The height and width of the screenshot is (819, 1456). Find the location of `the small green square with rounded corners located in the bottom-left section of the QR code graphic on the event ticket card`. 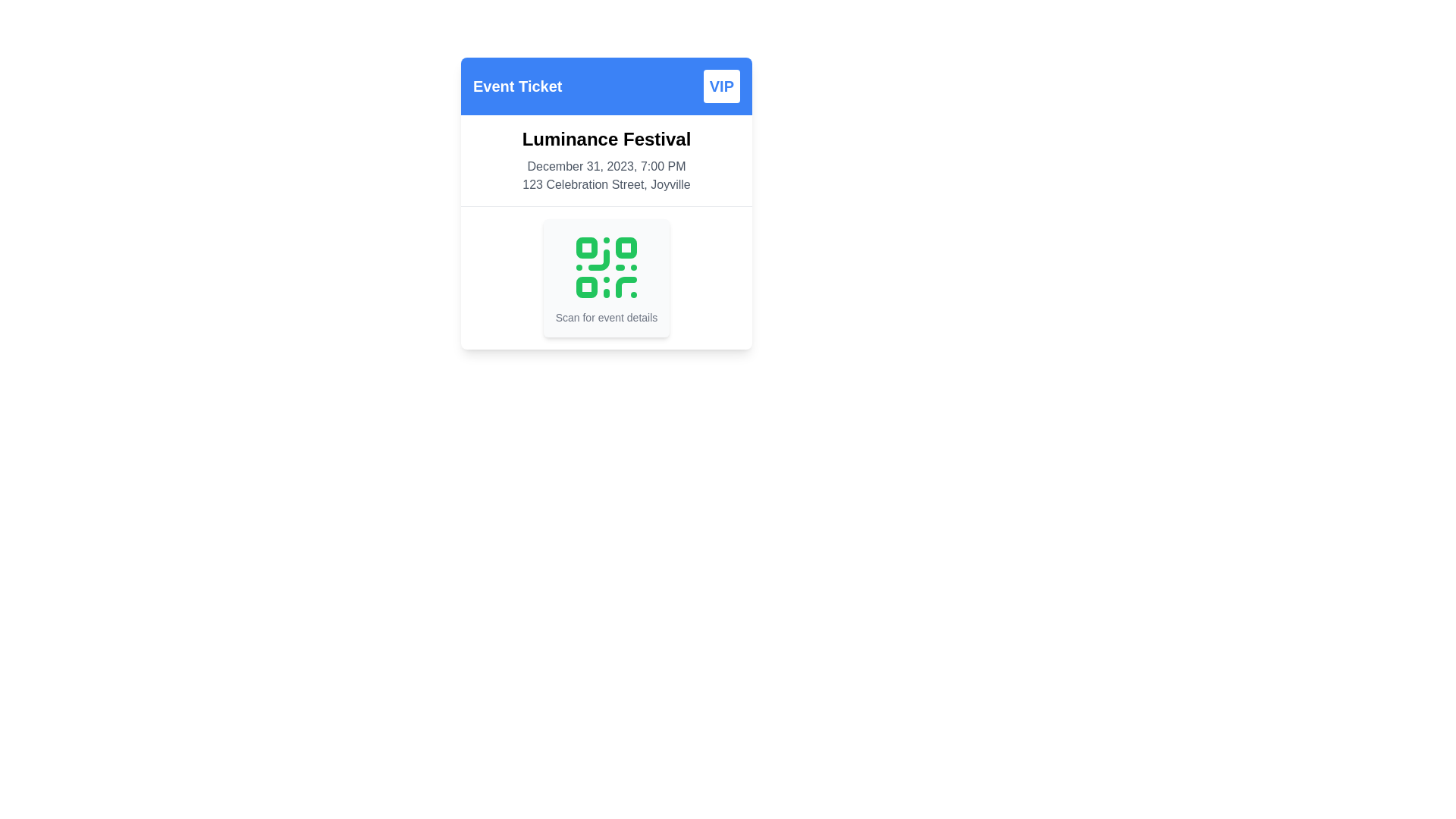

the small green square with rounded corners located in the bottom-left section of the QR code graphic on the event ticket card is located at coordinates (585, 287).